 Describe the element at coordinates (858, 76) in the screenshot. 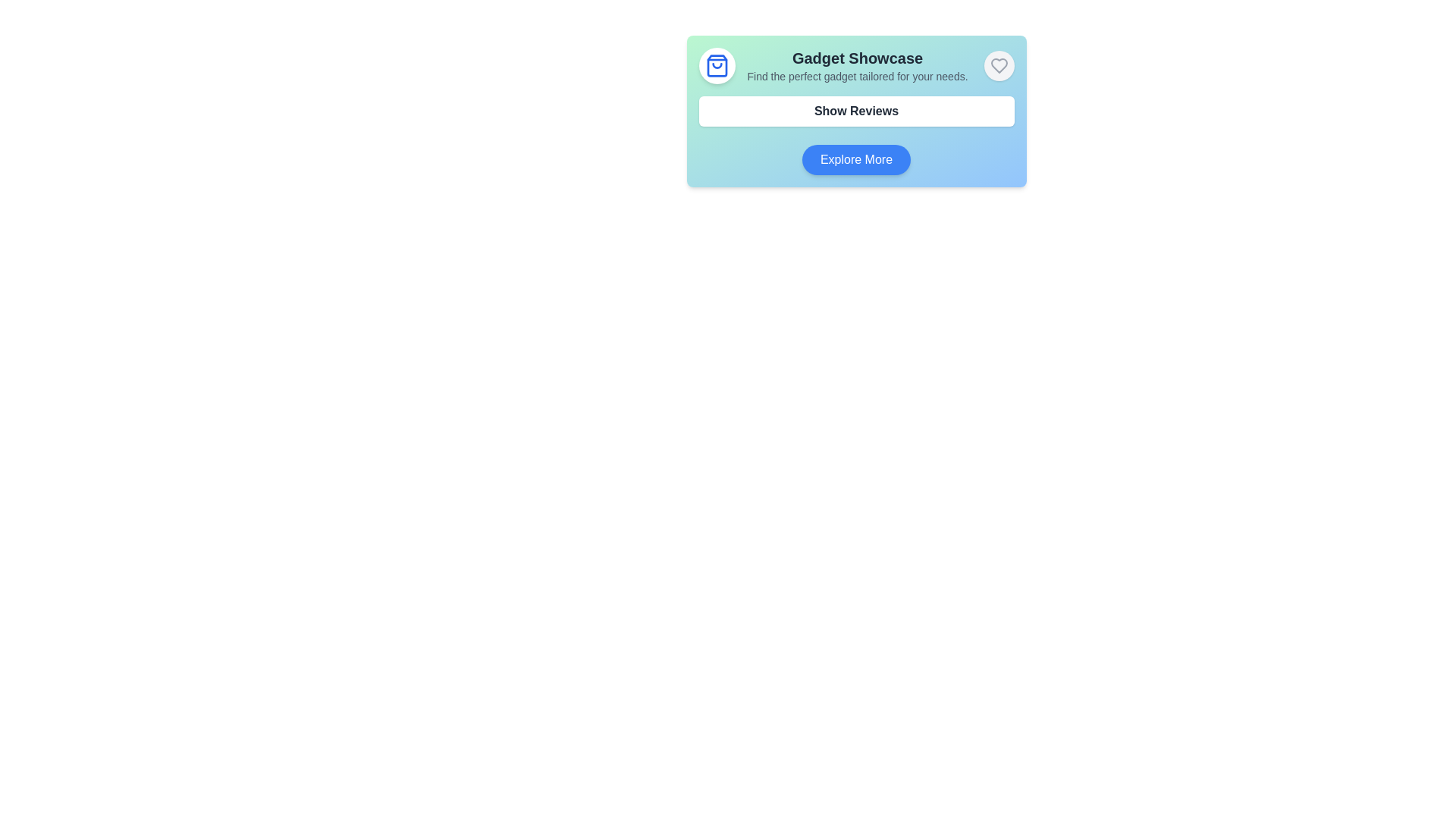

I see `the static text element that provides additional context for the 'Gadget Showcase' section, located directly below the title in the same column layout` at that location.